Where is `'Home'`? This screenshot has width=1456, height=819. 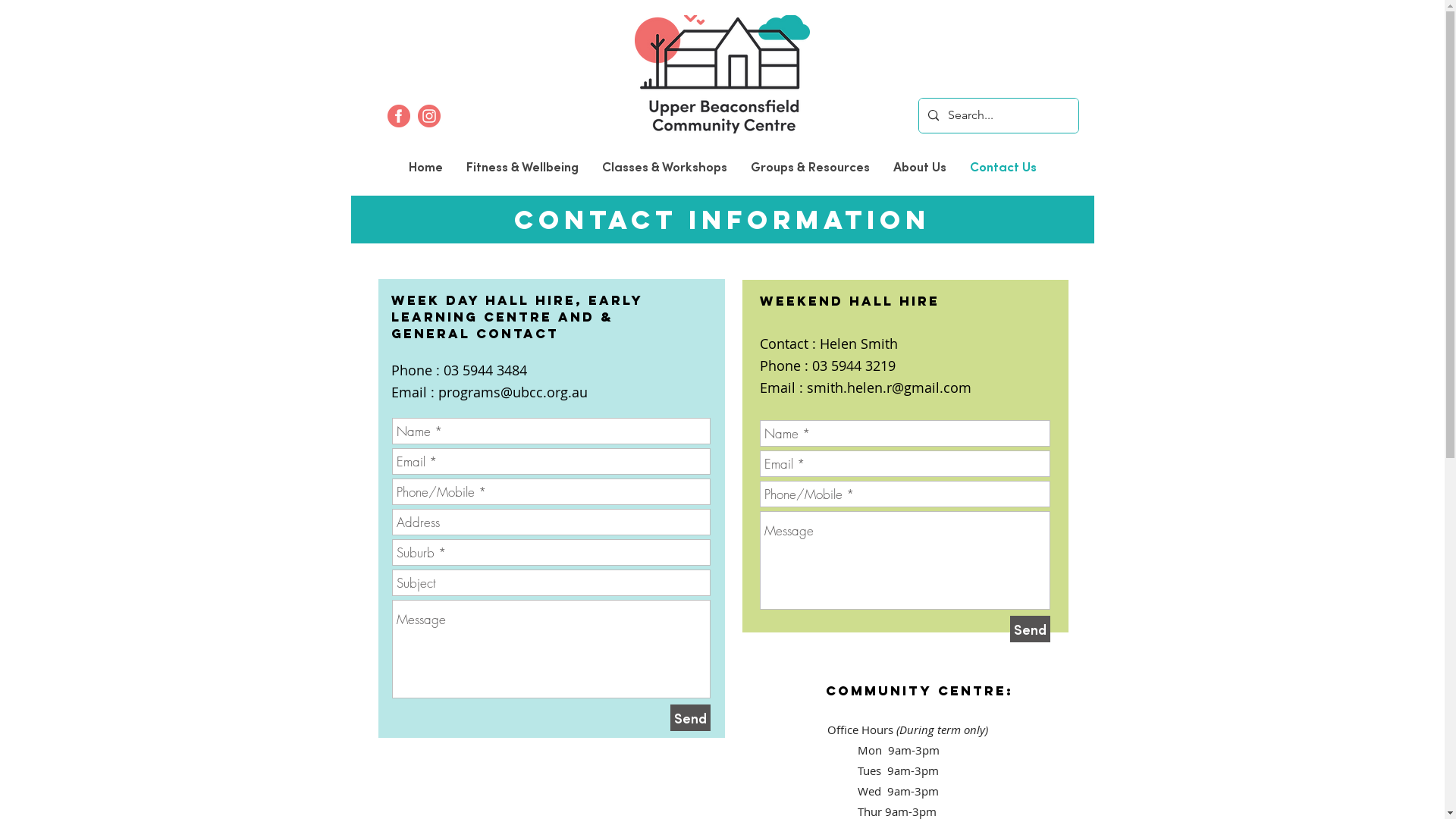 'Home' is located at coordinates (425, 166).